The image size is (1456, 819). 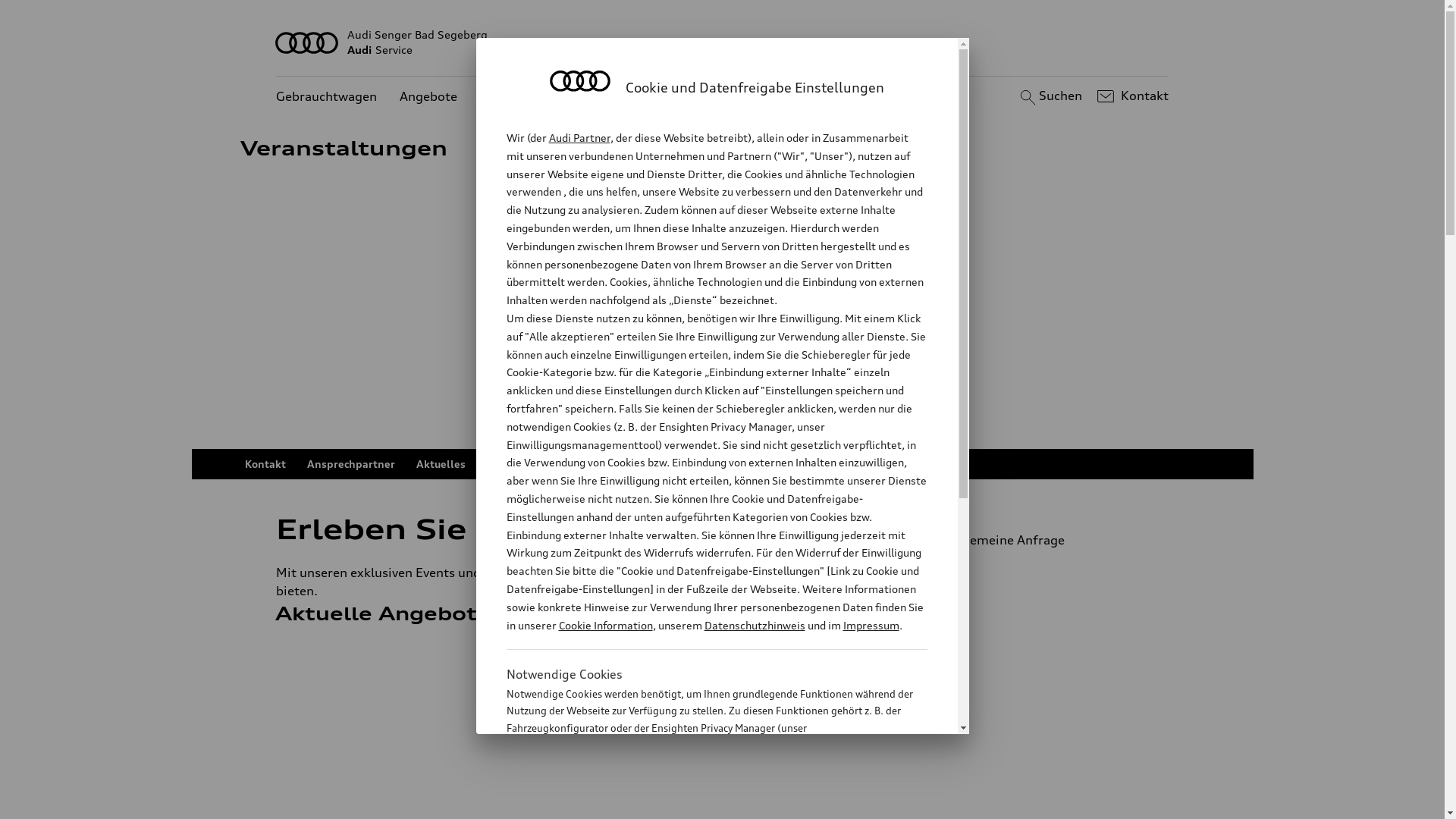 What do you see at coordinates (1043, 539) in the screenshot?
I see `'Allgemeine Anfrage'` at bounding box center [1043, 539].